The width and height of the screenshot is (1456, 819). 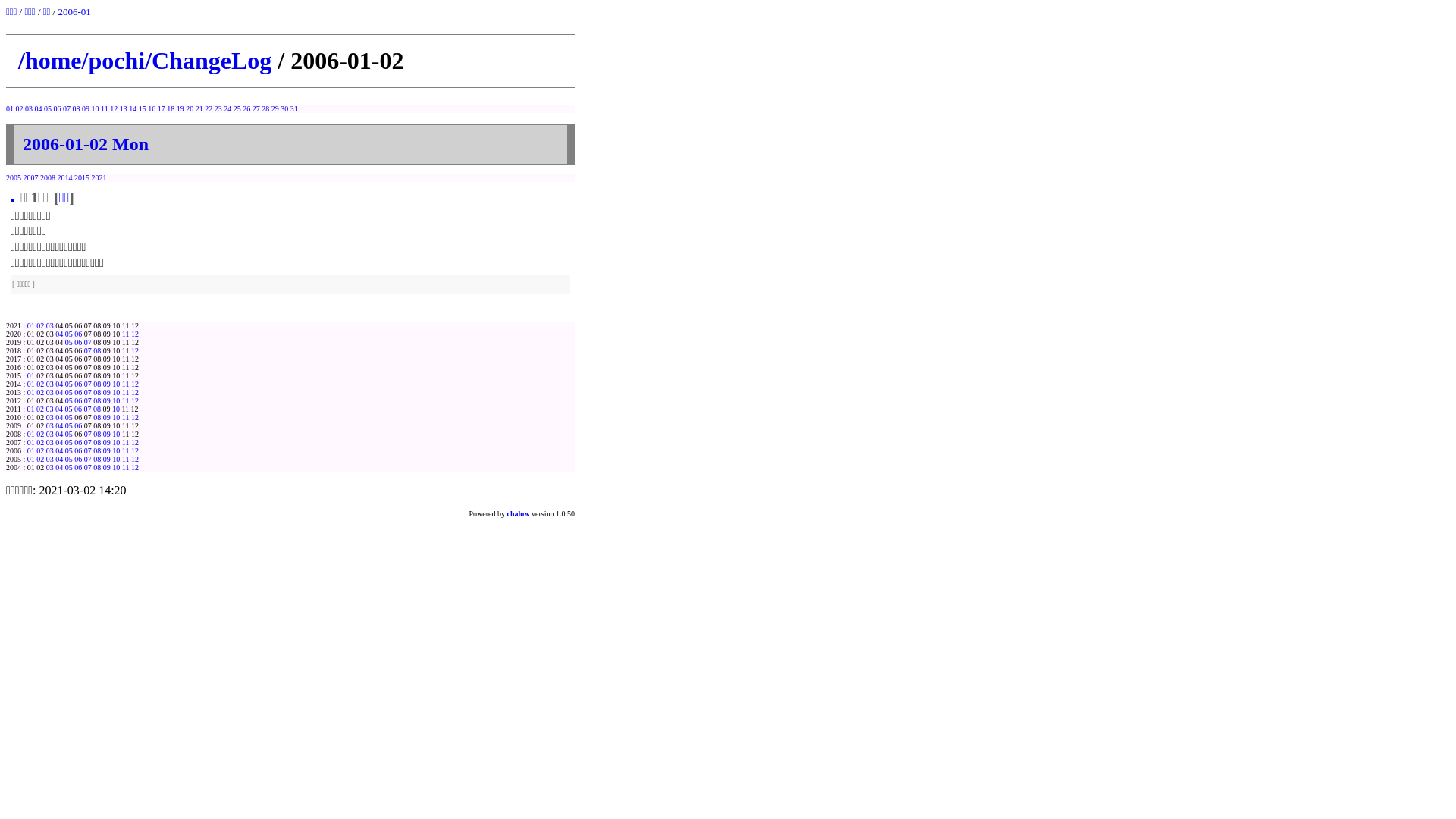 What do you see at coordinates (96, 417) in the screenshot?
I see `'08'` at bounding box center [96, 417].